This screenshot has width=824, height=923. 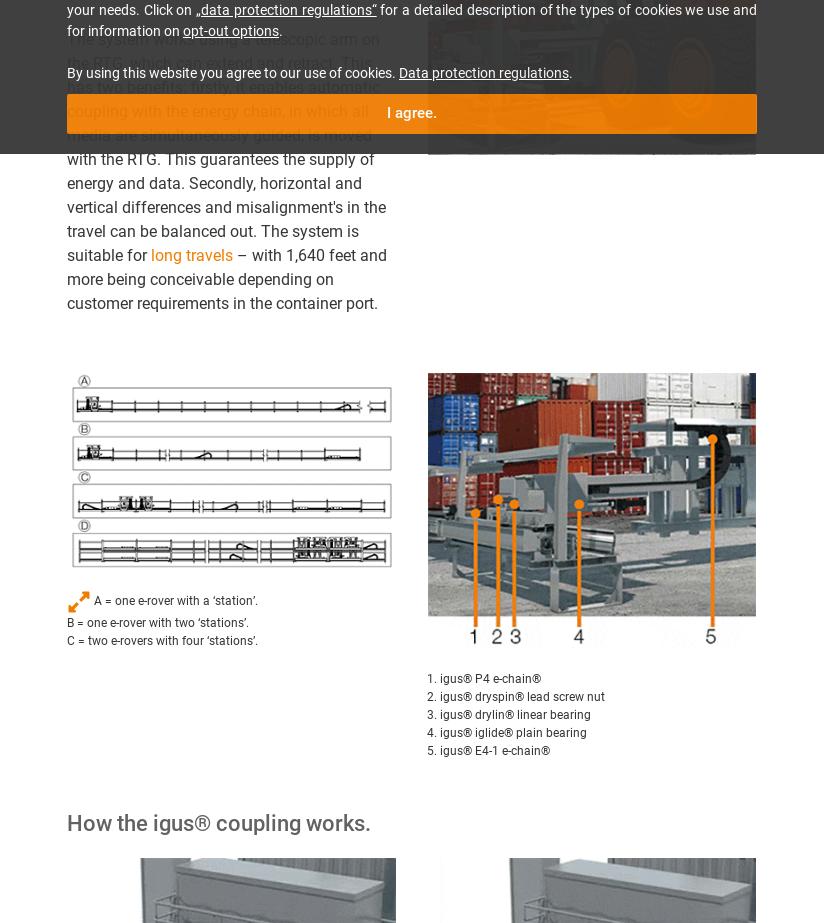 What do you see at coordinates (66, 146) in the screenshot?
I see `'The system works using a telescopic arm on the RTG, which can extend and retract. This has two benefits: firstly, it enables automatic coupling with the energy chain, in which all media are simultaneously guided, is moved with the RTG. This guarantees the supply of energy and data. Secondly, horizontal and vertical differences and misalignment's in the travel can be balanced out. The system is suitable for'` at bounding box center [66, 146].